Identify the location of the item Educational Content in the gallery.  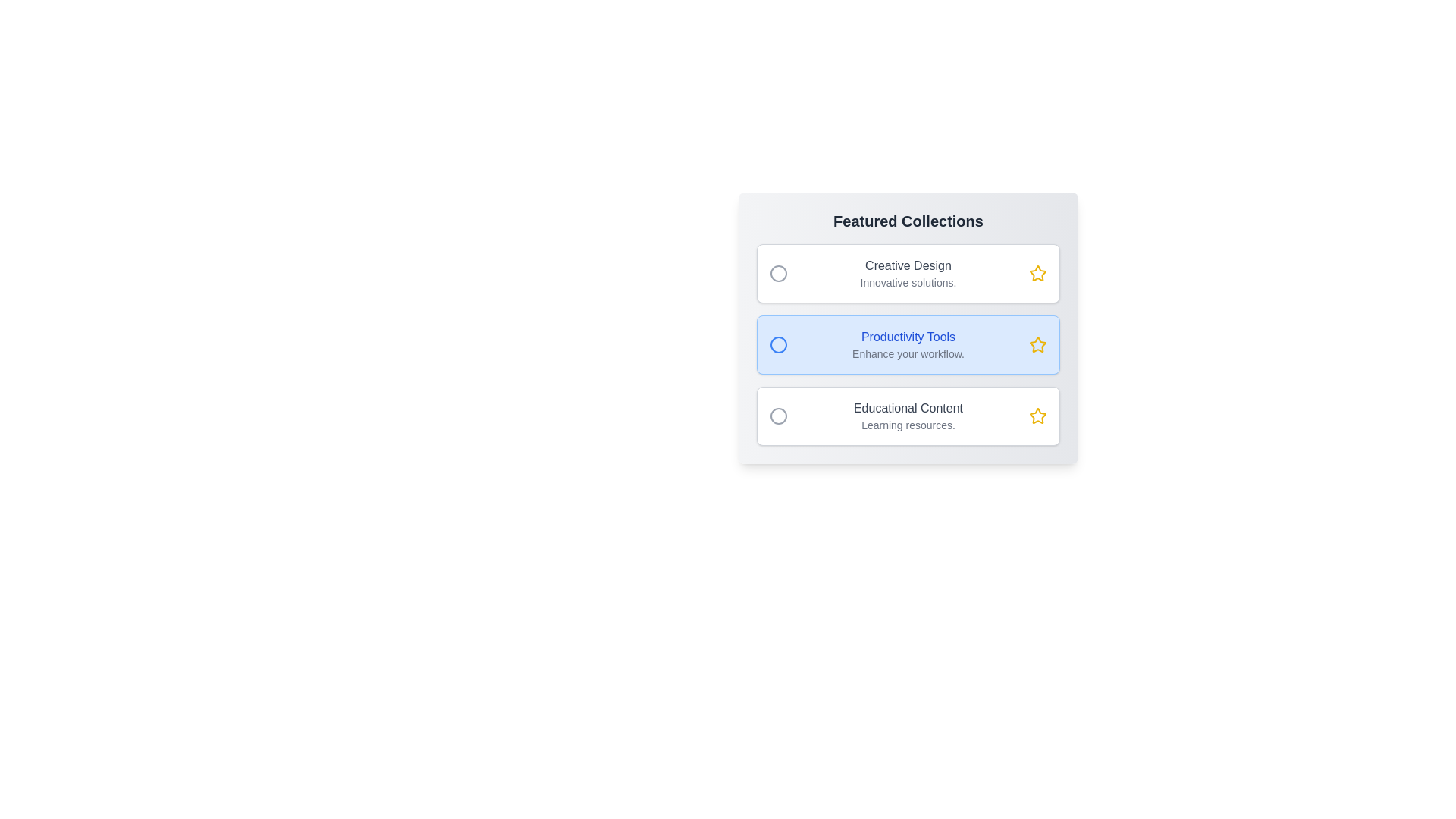
(908, 416).